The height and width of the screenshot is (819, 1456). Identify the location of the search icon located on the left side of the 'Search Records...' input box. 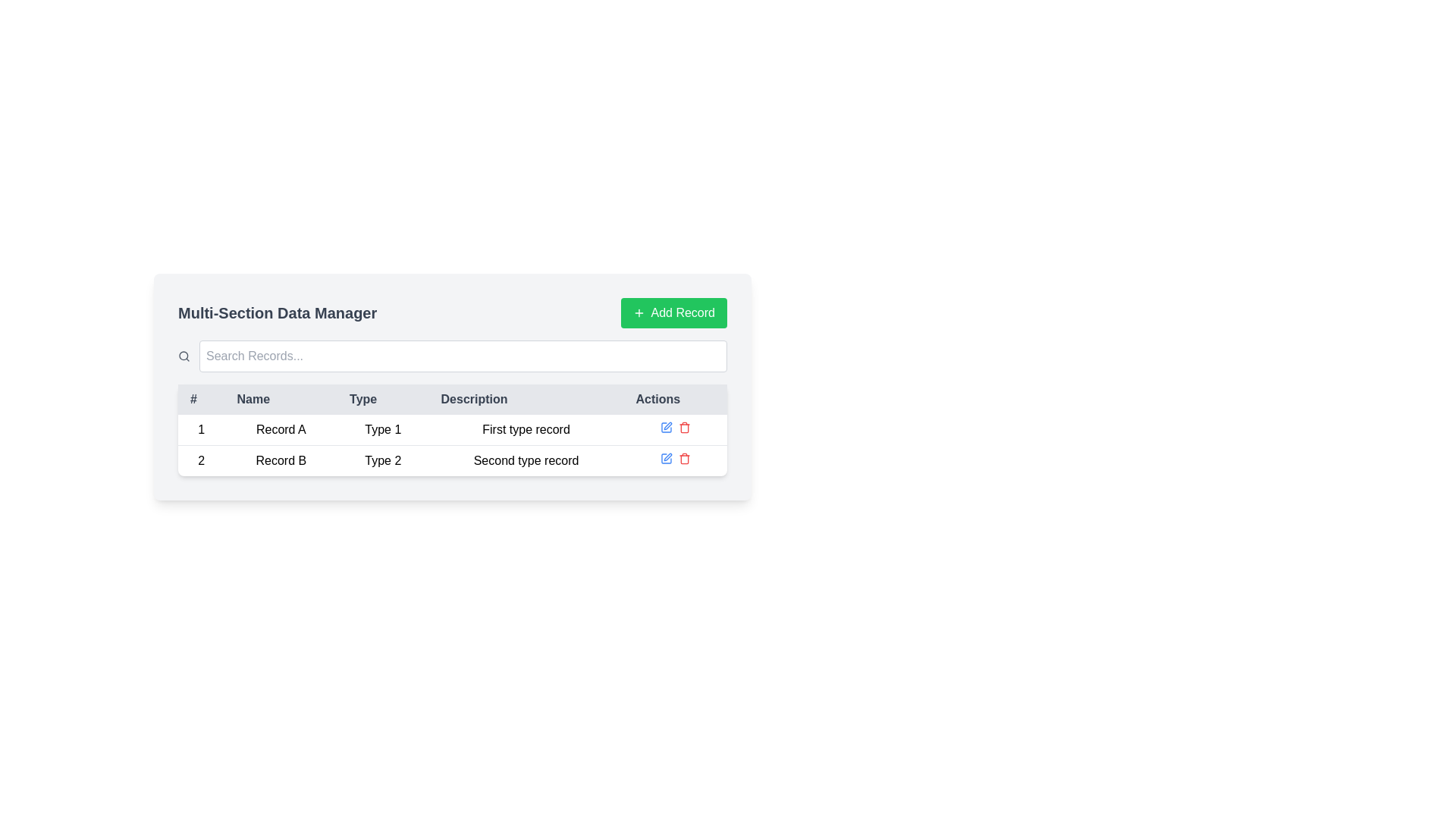
(184, 356).